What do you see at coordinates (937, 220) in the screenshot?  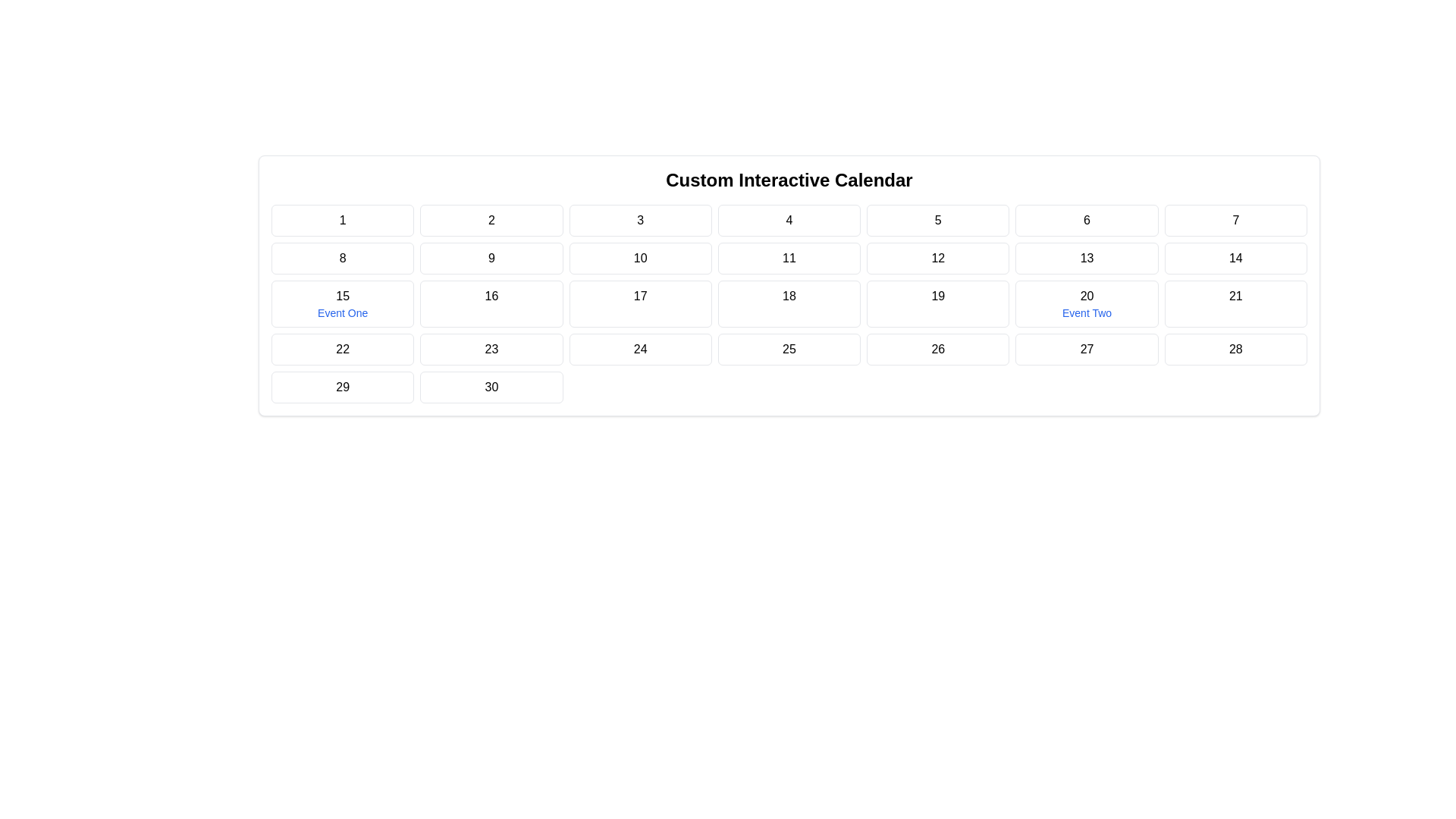 I see `the calendar grid cell that contains the number '5', which is a rectangular box with a white background and a thin dark border, located in the first row and fifth column of the grid` at bounding box center [937, 220].